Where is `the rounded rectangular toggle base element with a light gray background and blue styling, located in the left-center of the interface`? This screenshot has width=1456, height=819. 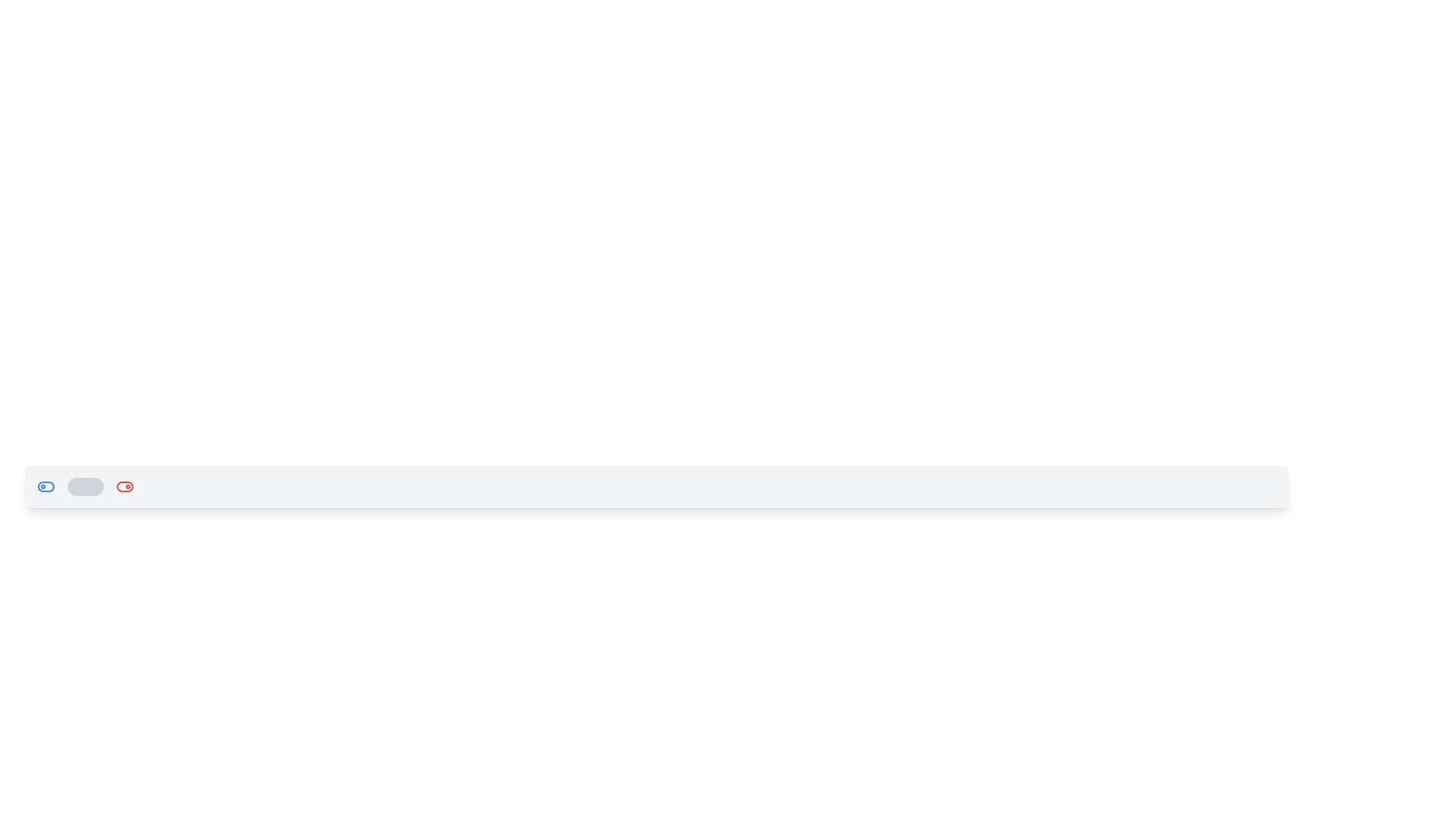
the rounded rectangular toggle base element with a light gray background and blue styling, located in the left-center of the interface is located at coordinates (46, 486).